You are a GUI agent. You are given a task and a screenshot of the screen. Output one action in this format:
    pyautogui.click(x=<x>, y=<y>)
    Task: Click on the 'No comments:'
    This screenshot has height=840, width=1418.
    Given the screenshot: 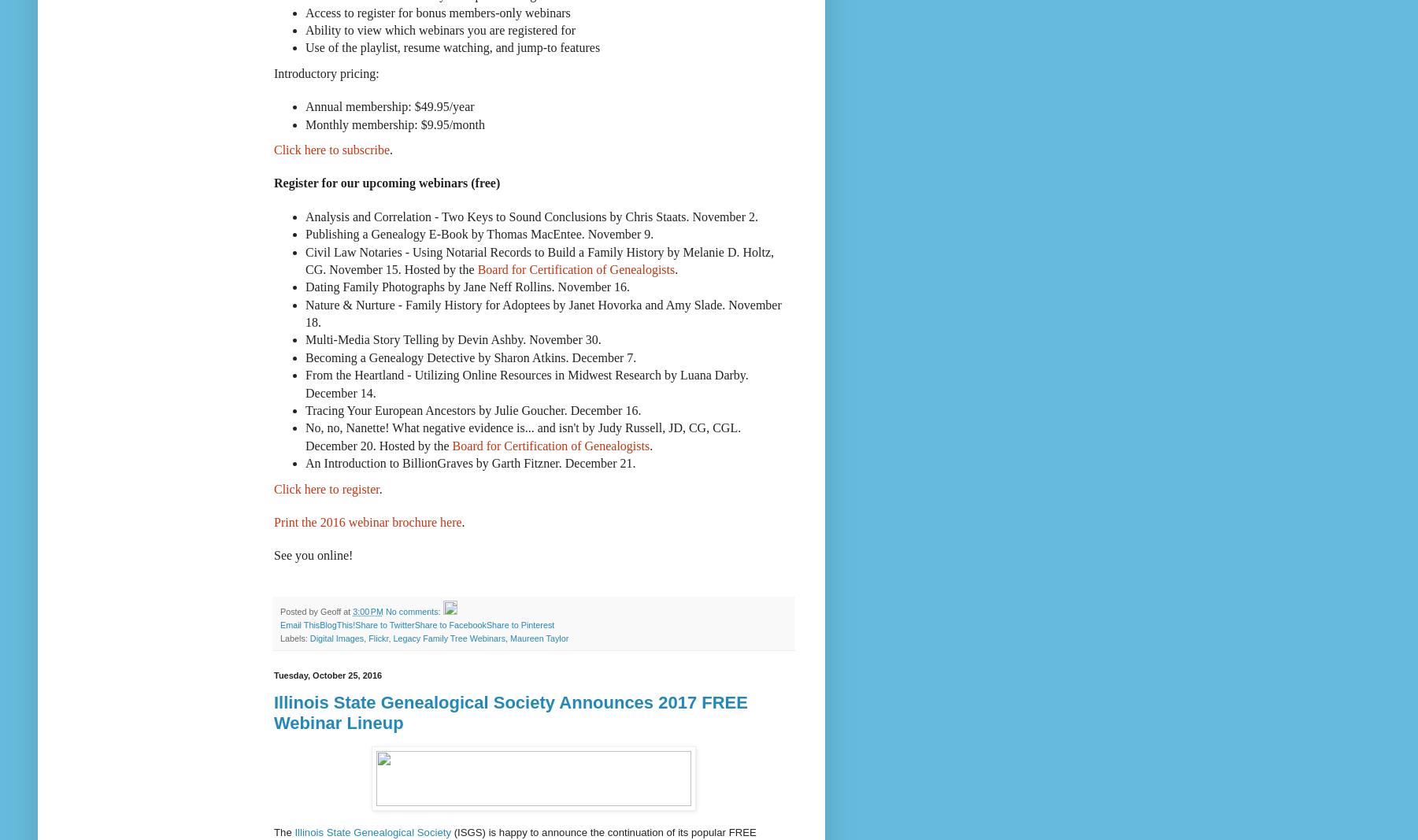 What is the action you would take?
    pyautogui.click(x=413, y=610)
    